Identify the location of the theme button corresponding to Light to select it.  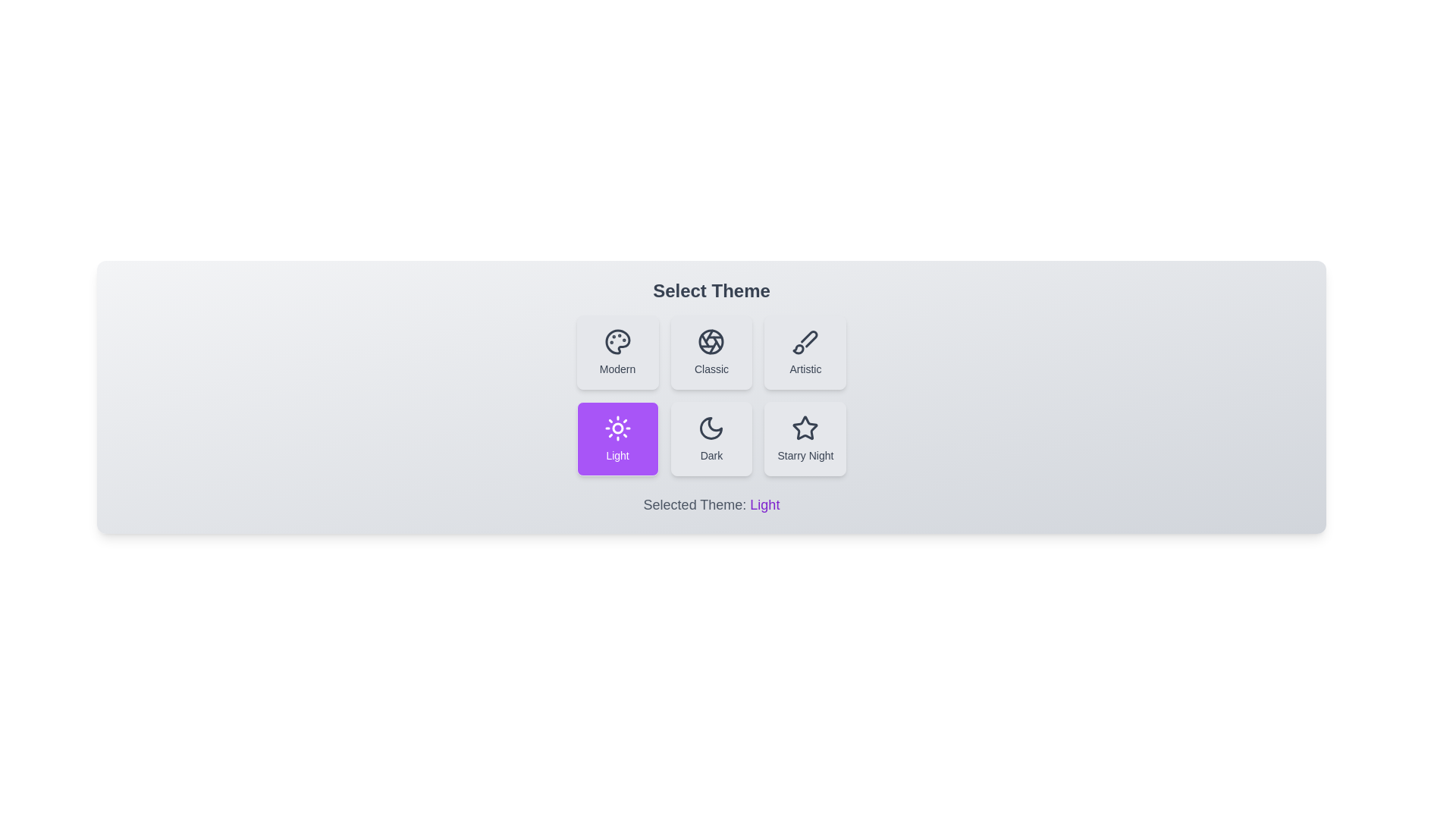
(617, 438).